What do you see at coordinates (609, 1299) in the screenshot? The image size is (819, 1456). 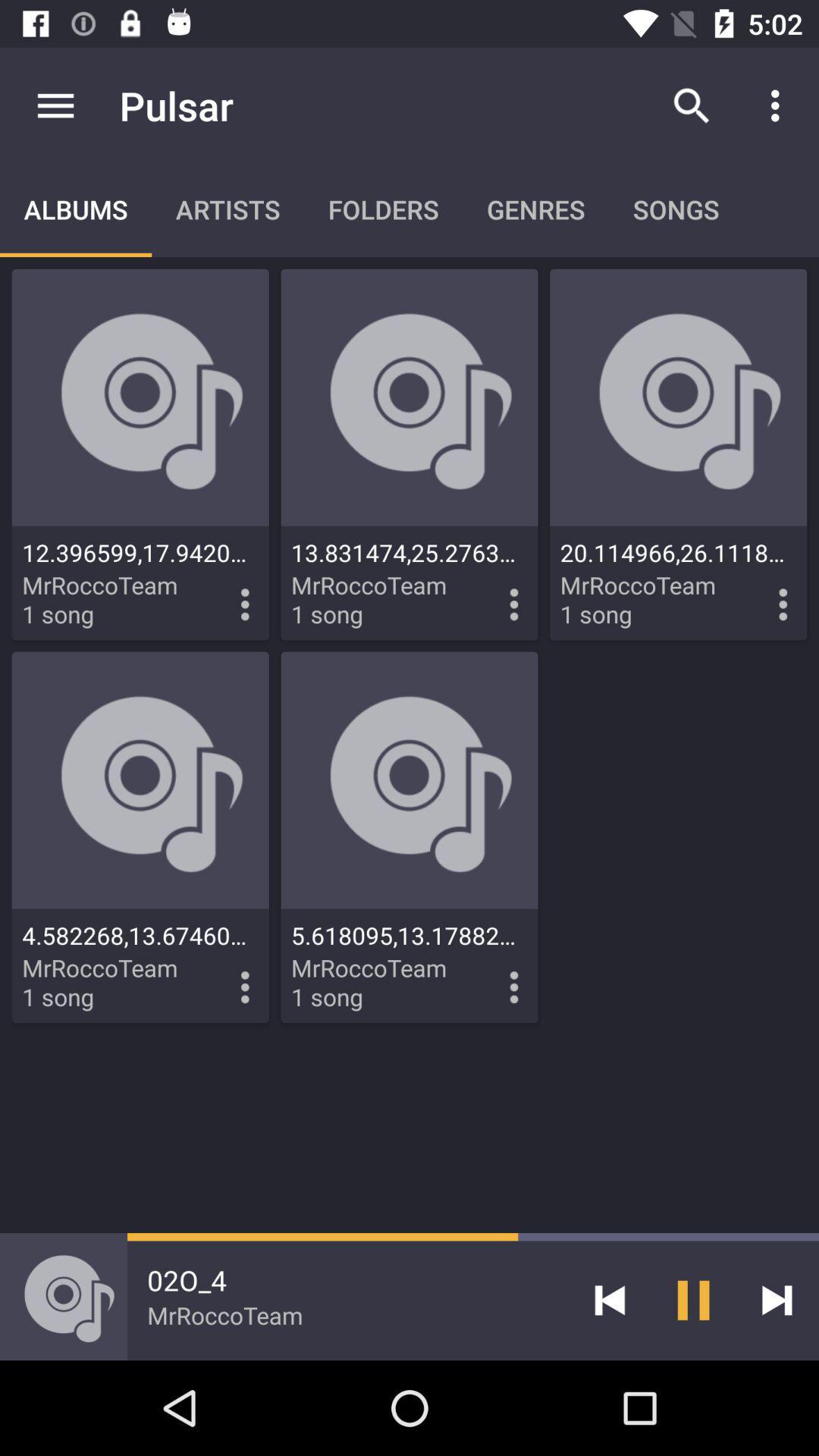 I see `item next to the 02o_4` at bounding box center [609, 1299].